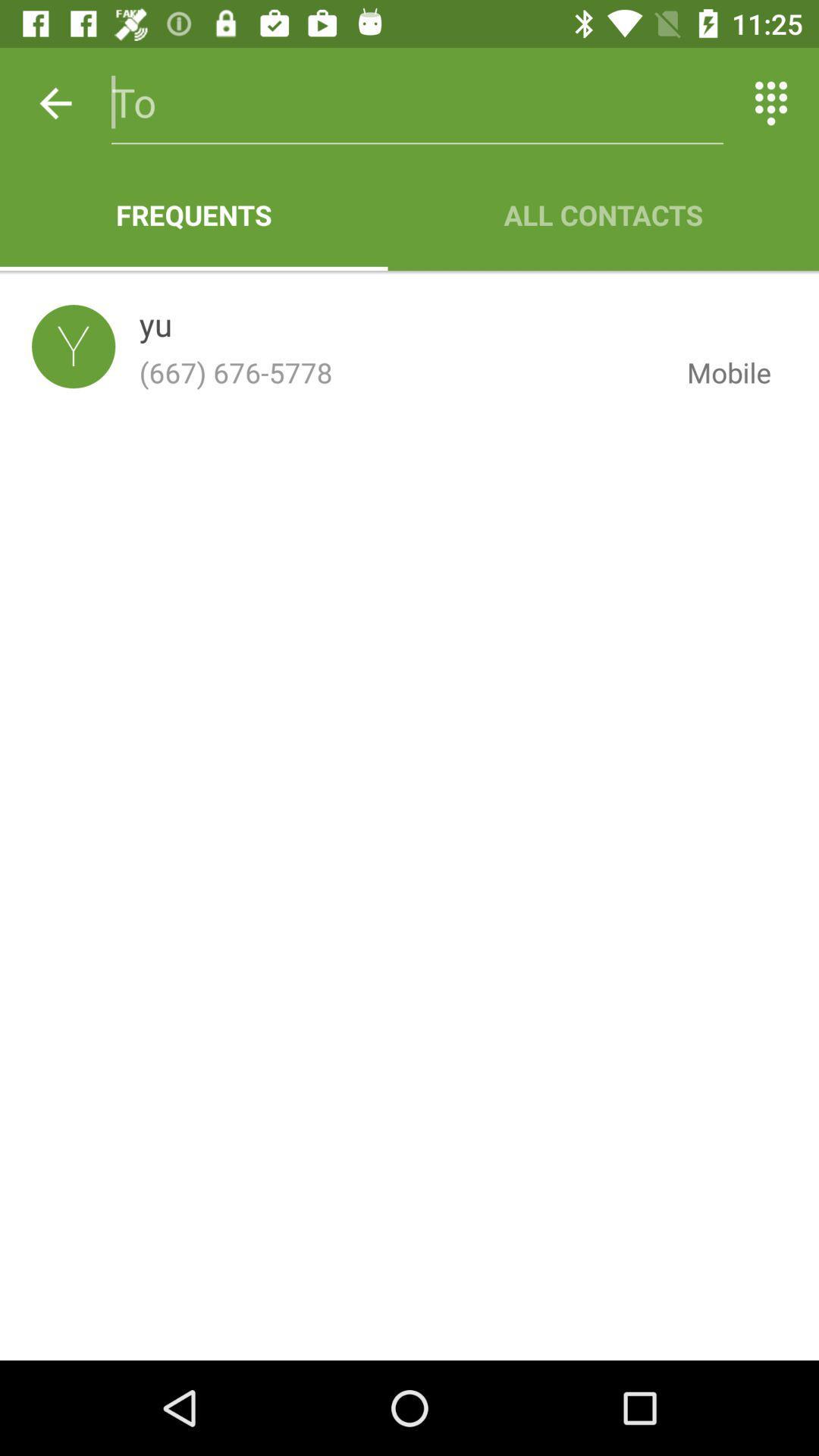  Describe the element at coordinates (155, 327) in the screenshot. I see `the item above (667) 676-5778 icon` at that location.